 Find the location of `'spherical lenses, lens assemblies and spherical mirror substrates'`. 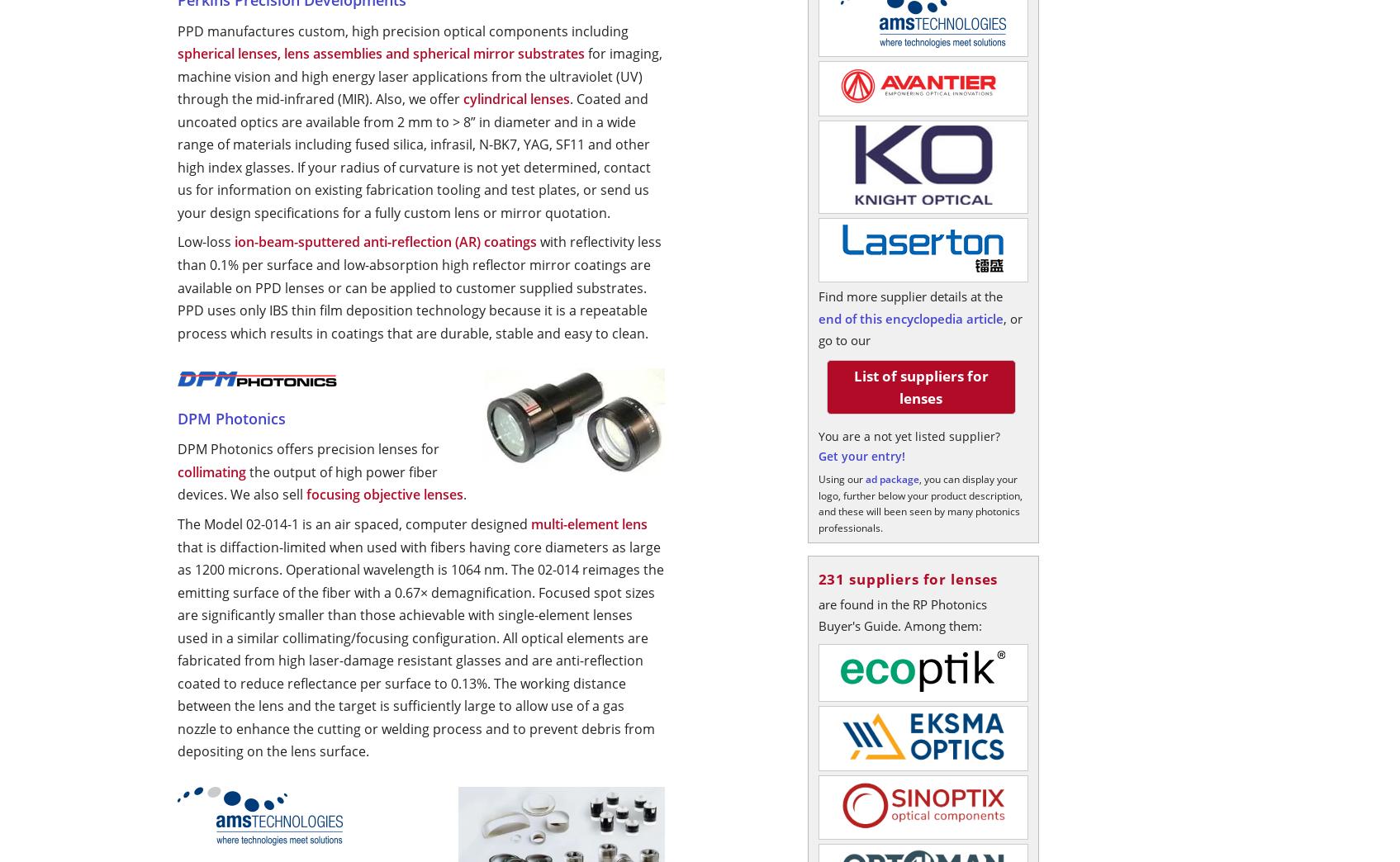

'spherical lenses, lens assemblies and spherical mirror substrates' is located at coordinates (380, 53).